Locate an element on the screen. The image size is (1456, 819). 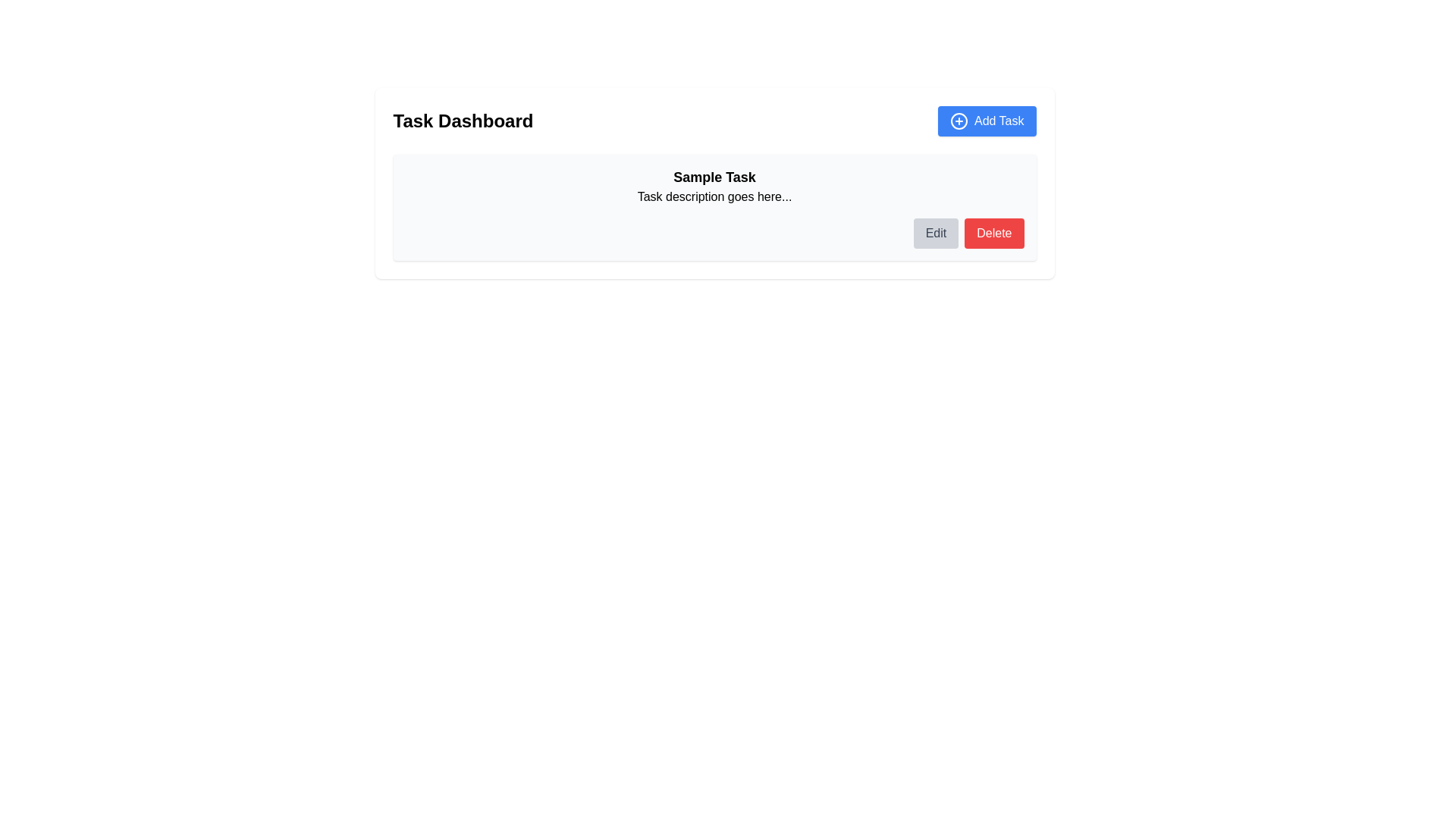
the circular blue and white icon with a plus sign located within the 'Add Task' button at the top-right corner of the interface is located at coordinates (958, 120).